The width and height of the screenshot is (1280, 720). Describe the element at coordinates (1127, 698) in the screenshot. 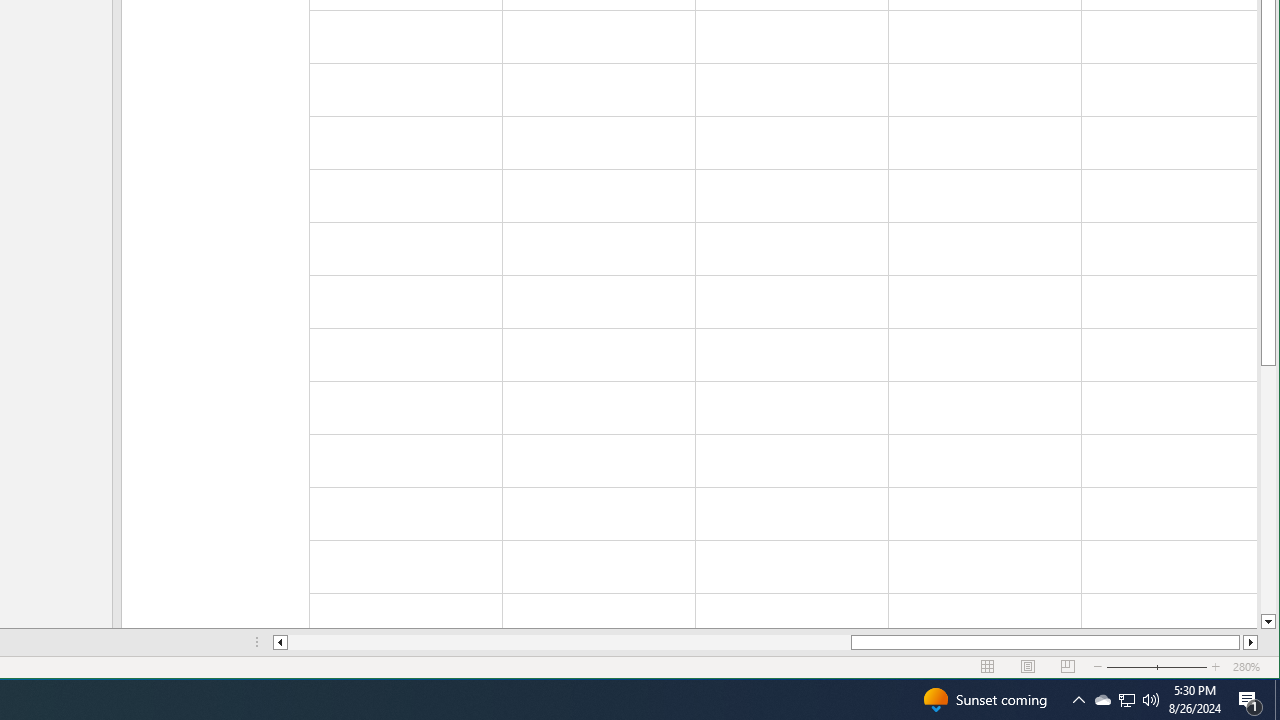

I see `'Notification Chevron'` at that location.